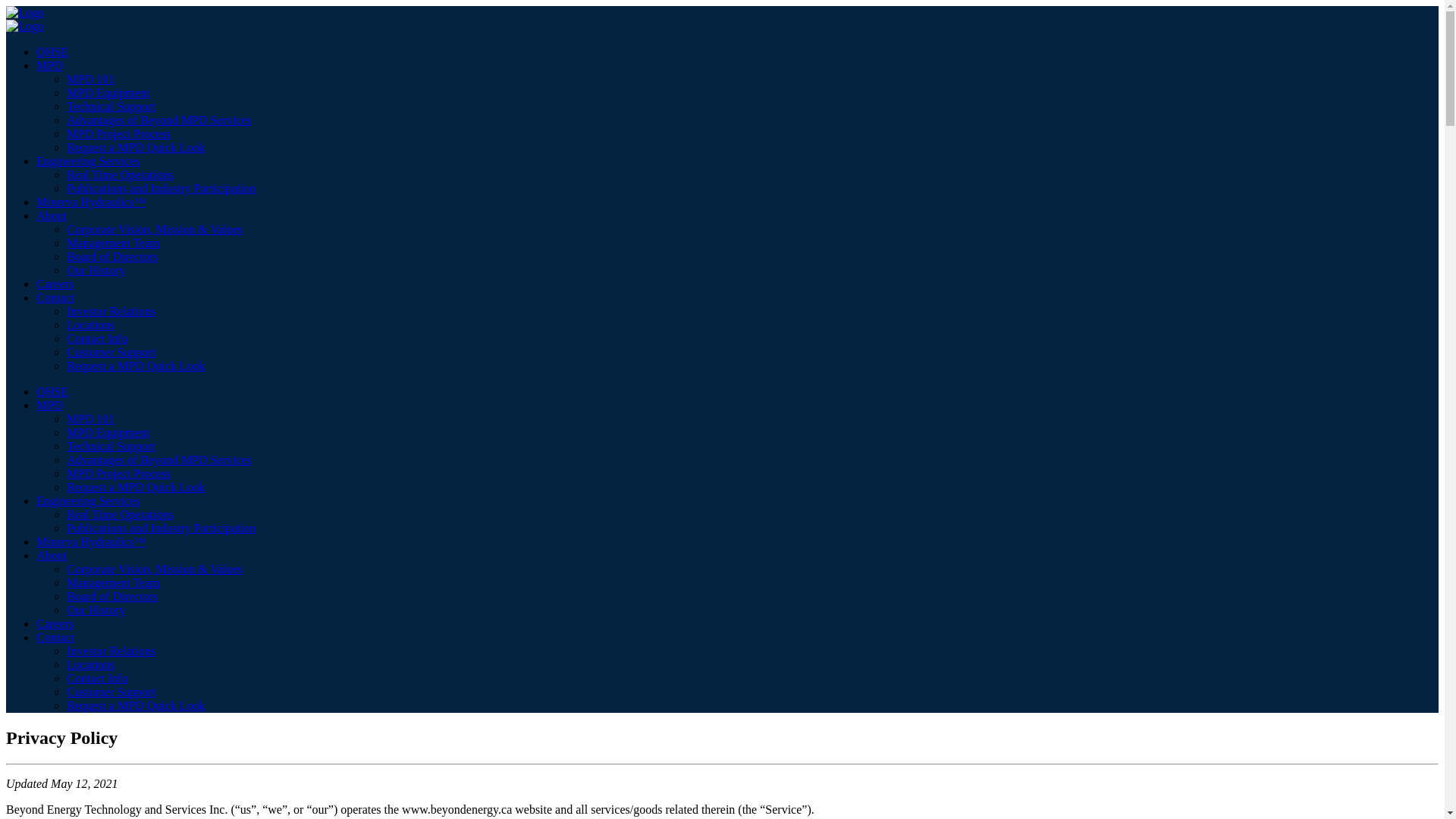 The height and width of the screenshot is (819, 1456). I want to click on 'Locations', so click(89, 324).